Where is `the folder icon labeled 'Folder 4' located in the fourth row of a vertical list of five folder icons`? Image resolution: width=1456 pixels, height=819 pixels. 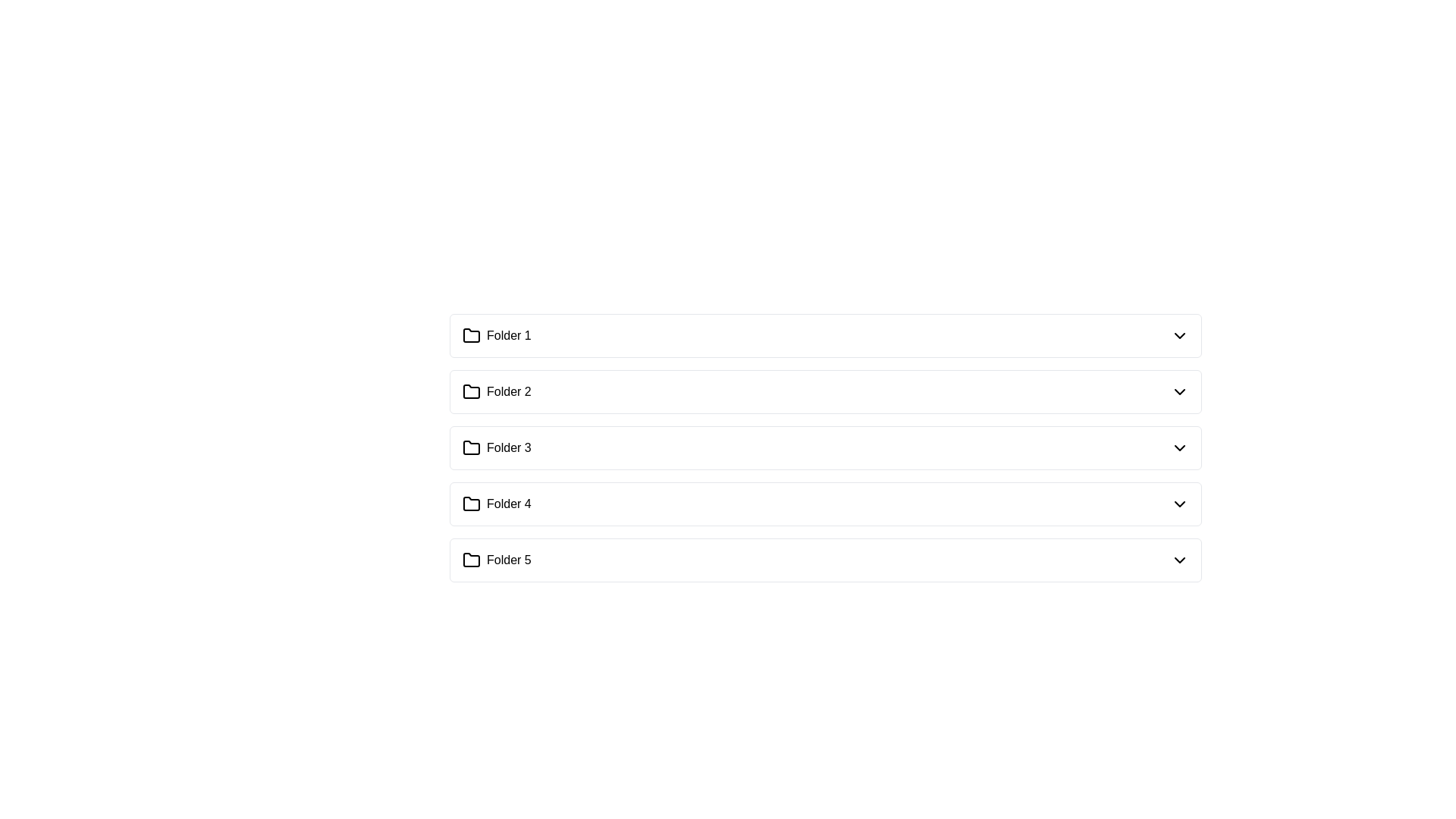 the folder icon labeled 'Folder 4' located in the fourth row of a vertical list of five folder icons is located at coordinates (471, 503).